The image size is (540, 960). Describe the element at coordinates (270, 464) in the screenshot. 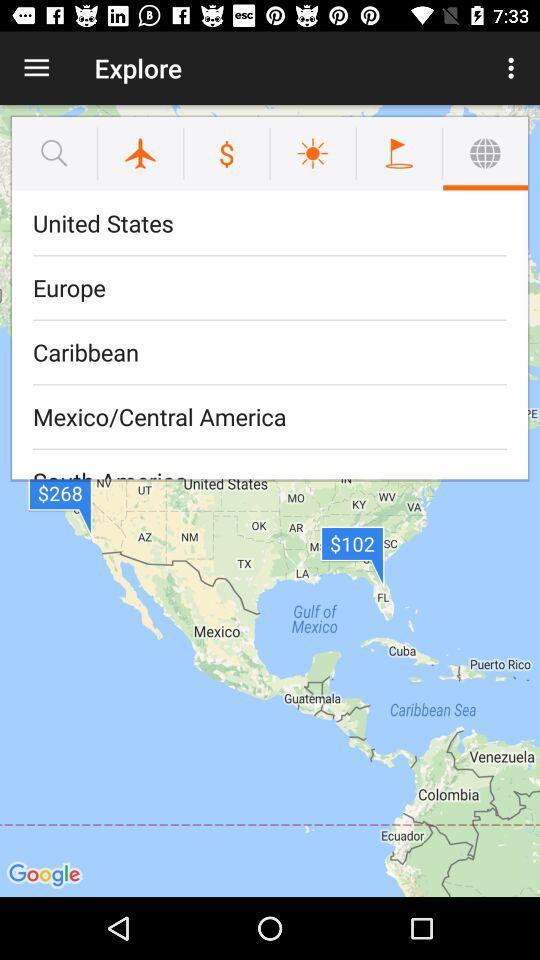

I see `the south america` at that location.